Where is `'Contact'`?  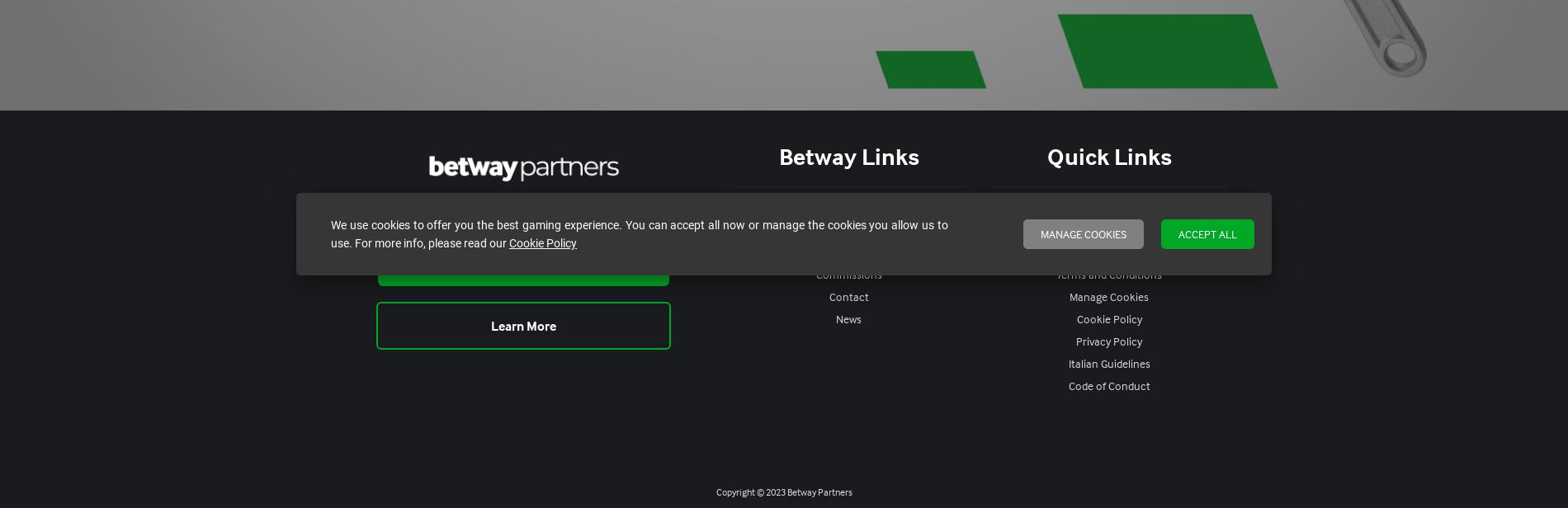
'Contact' is located at coordinates (848, 295).